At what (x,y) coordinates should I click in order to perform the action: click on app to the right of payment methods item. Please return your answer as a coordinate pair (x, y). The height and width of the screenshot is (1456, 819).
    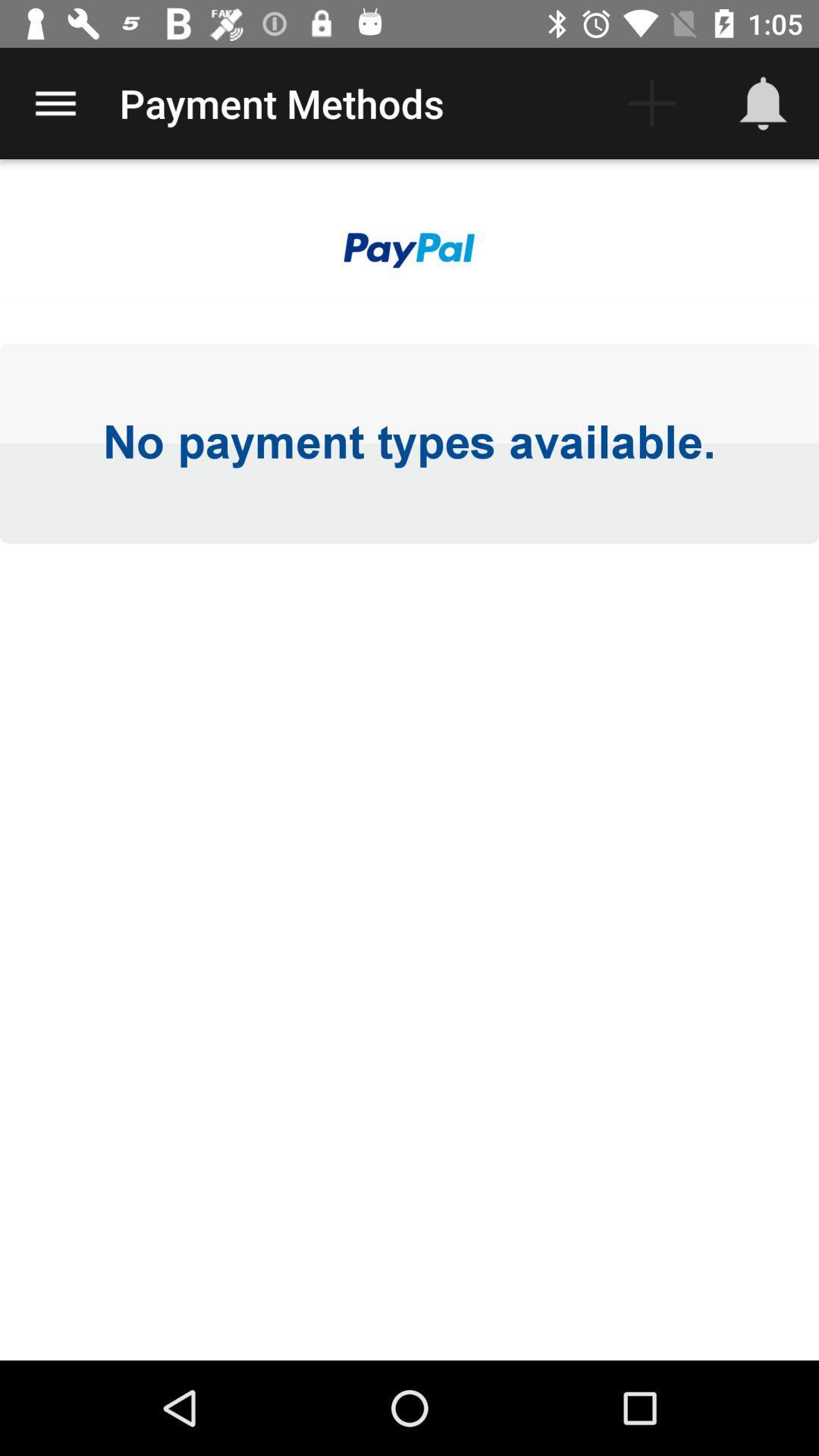
    Looking at the image, I should click on (651, 102).